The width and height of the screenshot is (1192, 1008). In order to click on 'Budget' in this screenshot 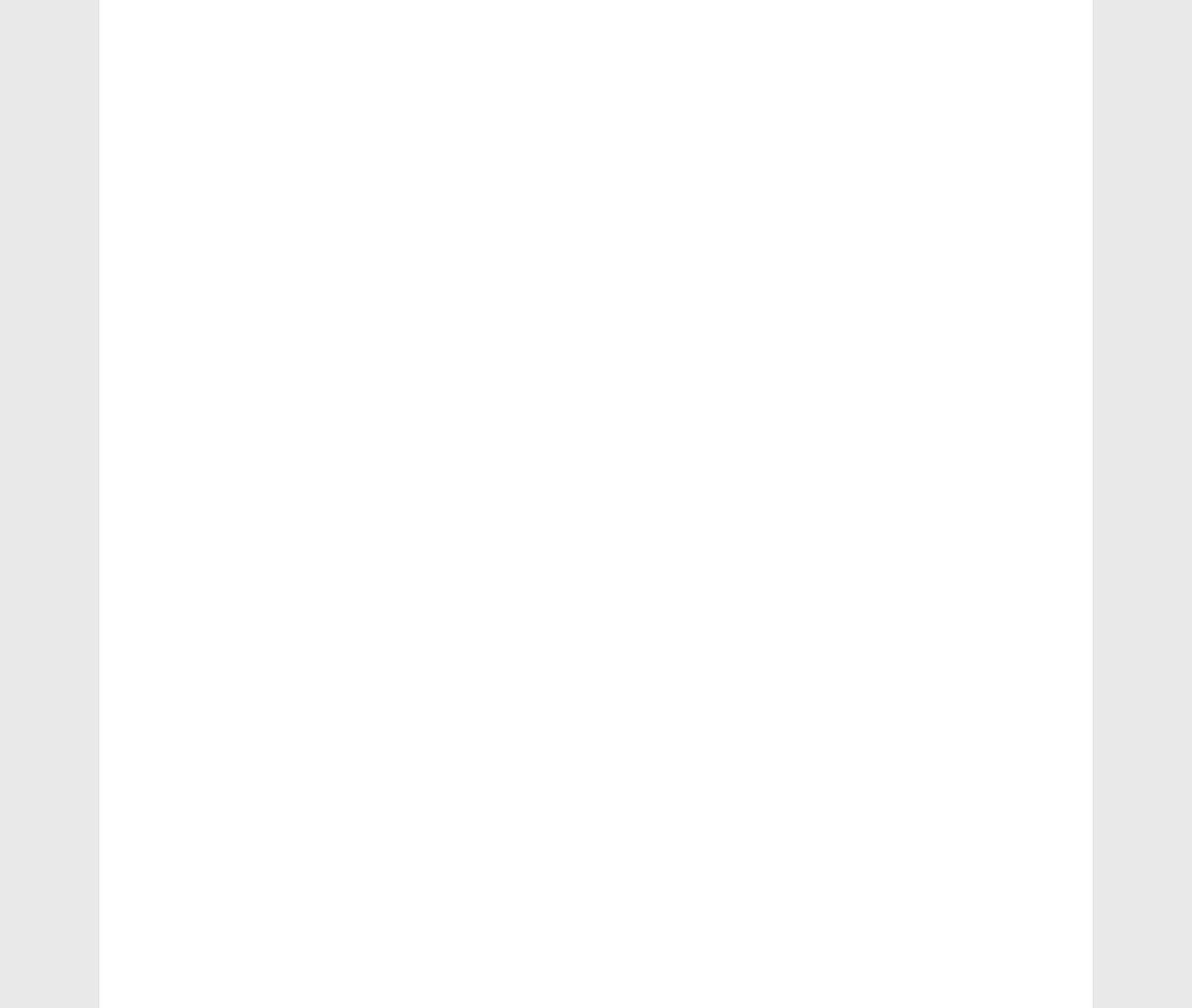, I will do `click(177, 176)`.